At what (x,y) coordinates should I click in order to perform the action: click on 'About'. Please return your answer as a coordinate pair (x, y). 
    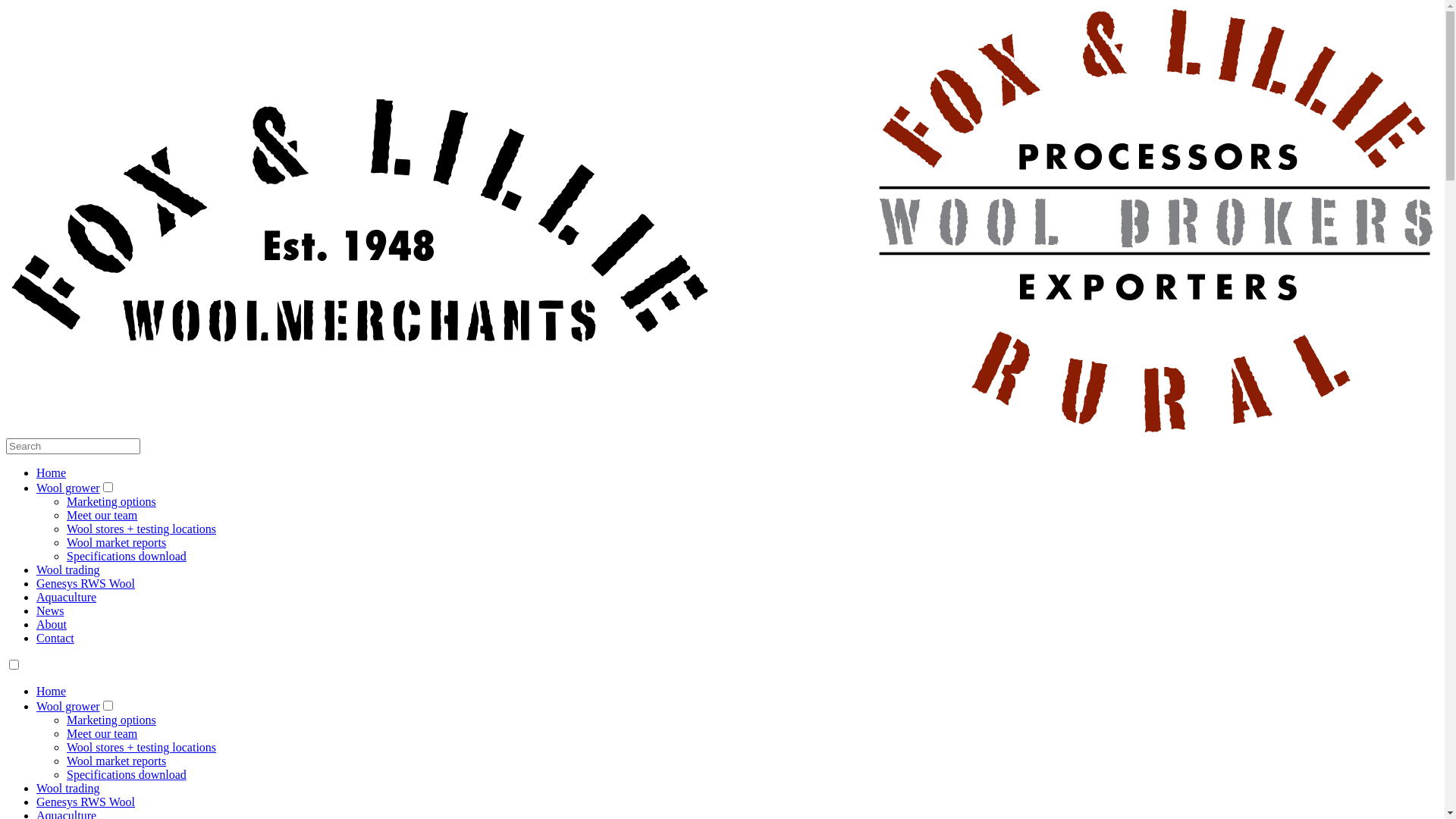
    Looking at the image, I should click on (36, 624).